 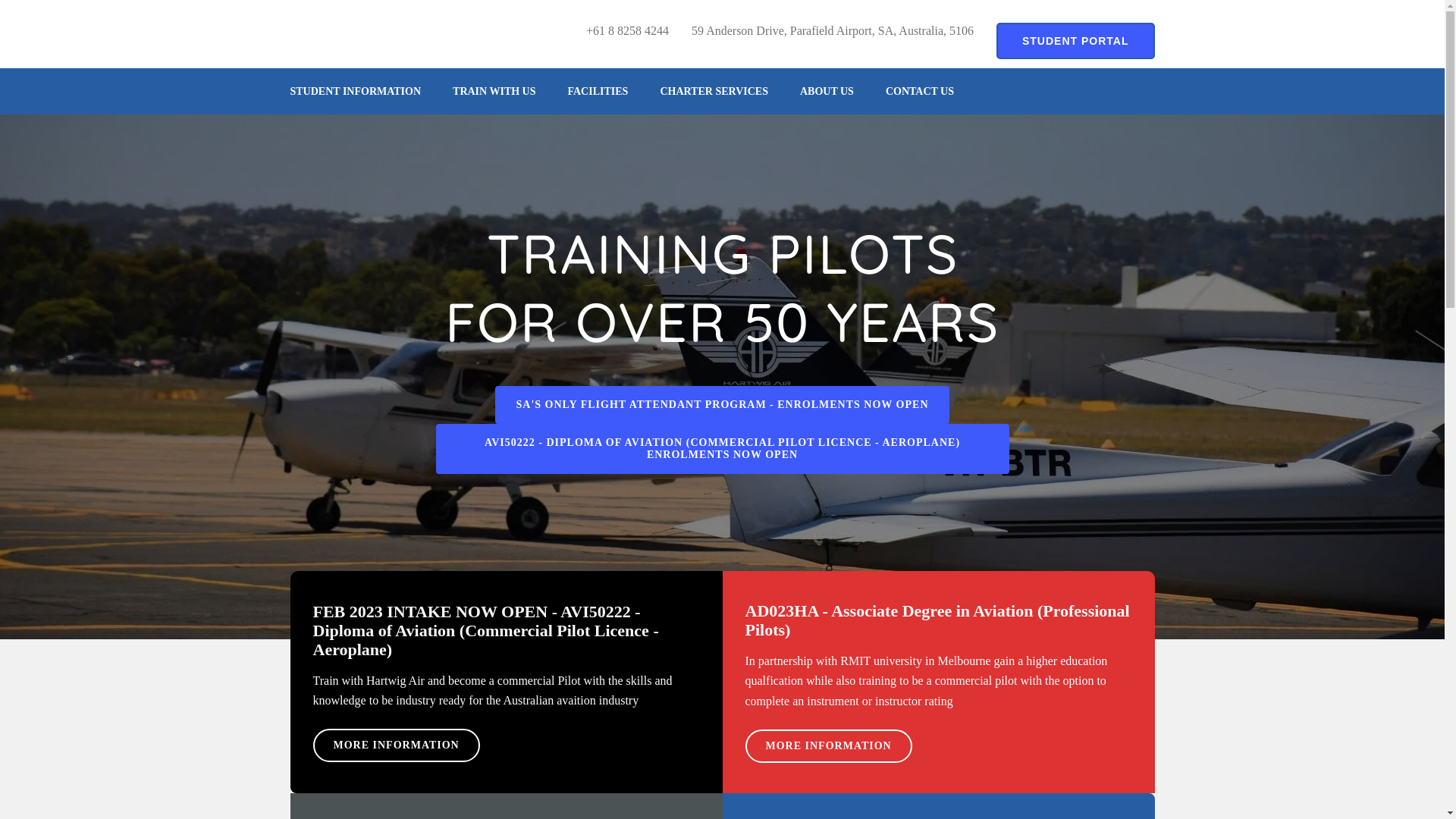 What do you see at coordinates (596, 91) in the screenshot?
I see `'FACILITIES'` at bounding box center [596, 91].